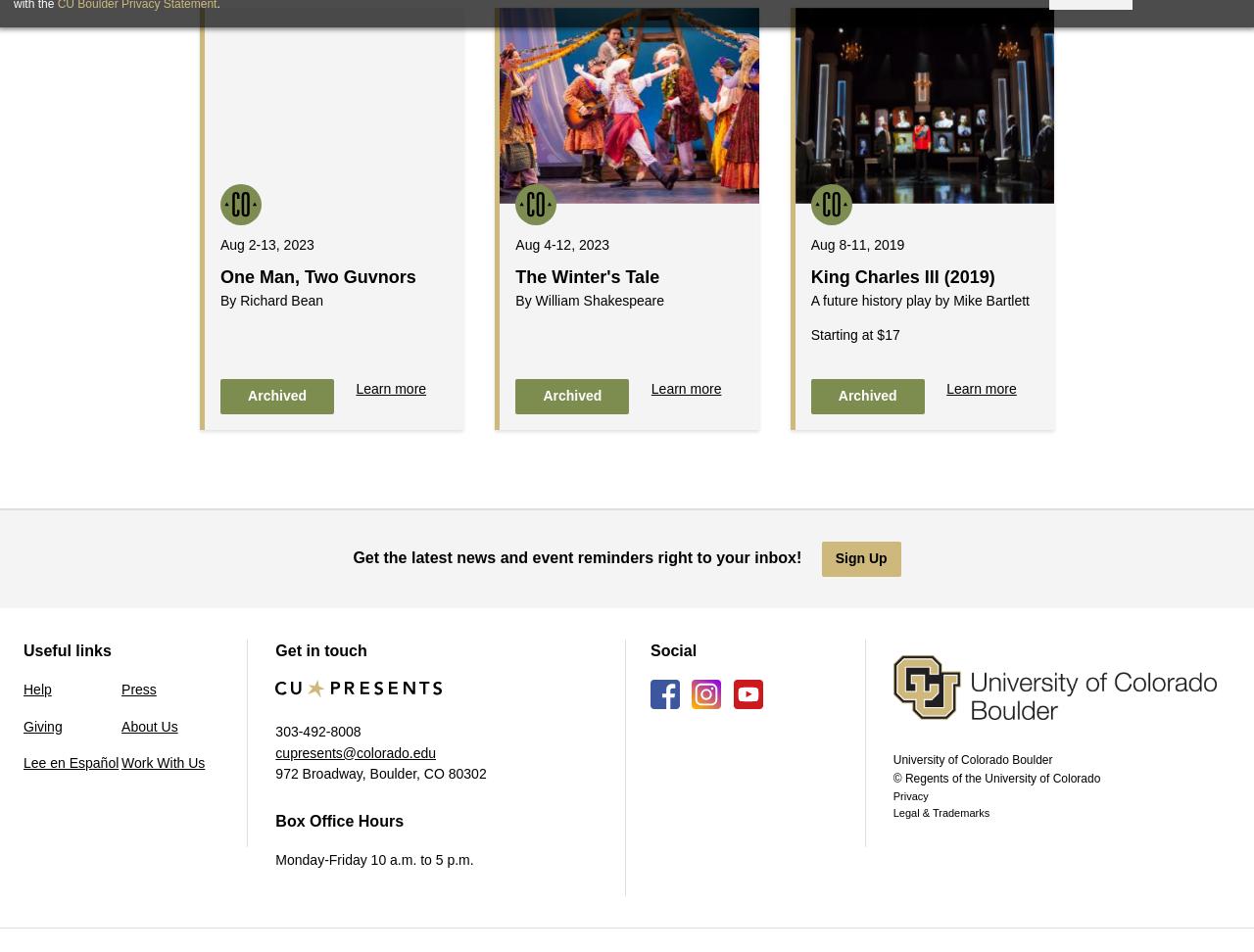 This screenshot has width=1254, height=952. What do you see at coordinates (23, 649) in the screenshot?
I see `'Useful links'` at bounding box center [23, 649].